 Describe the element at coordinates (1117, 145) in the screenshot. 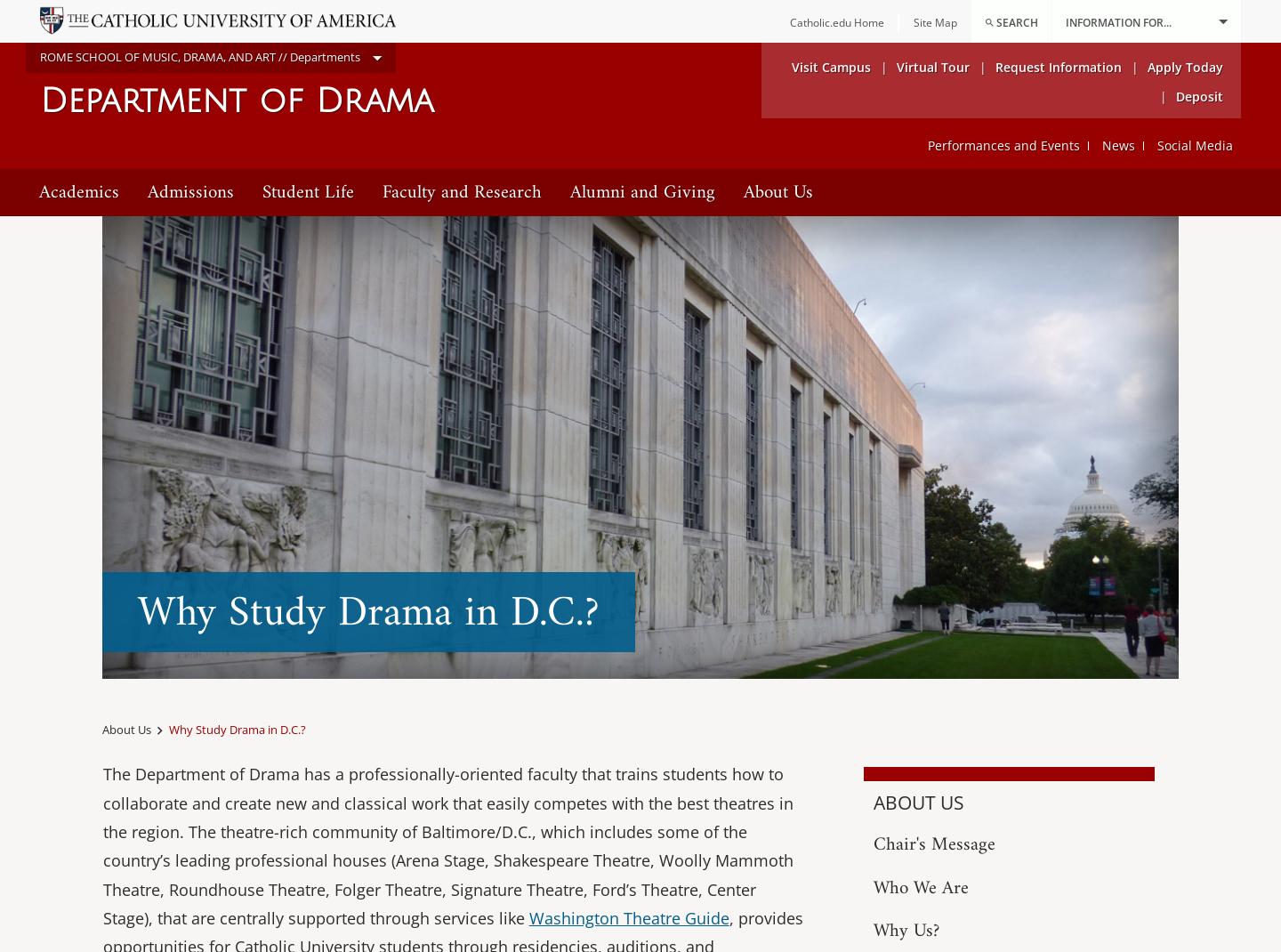

I see `'News'` at that location.